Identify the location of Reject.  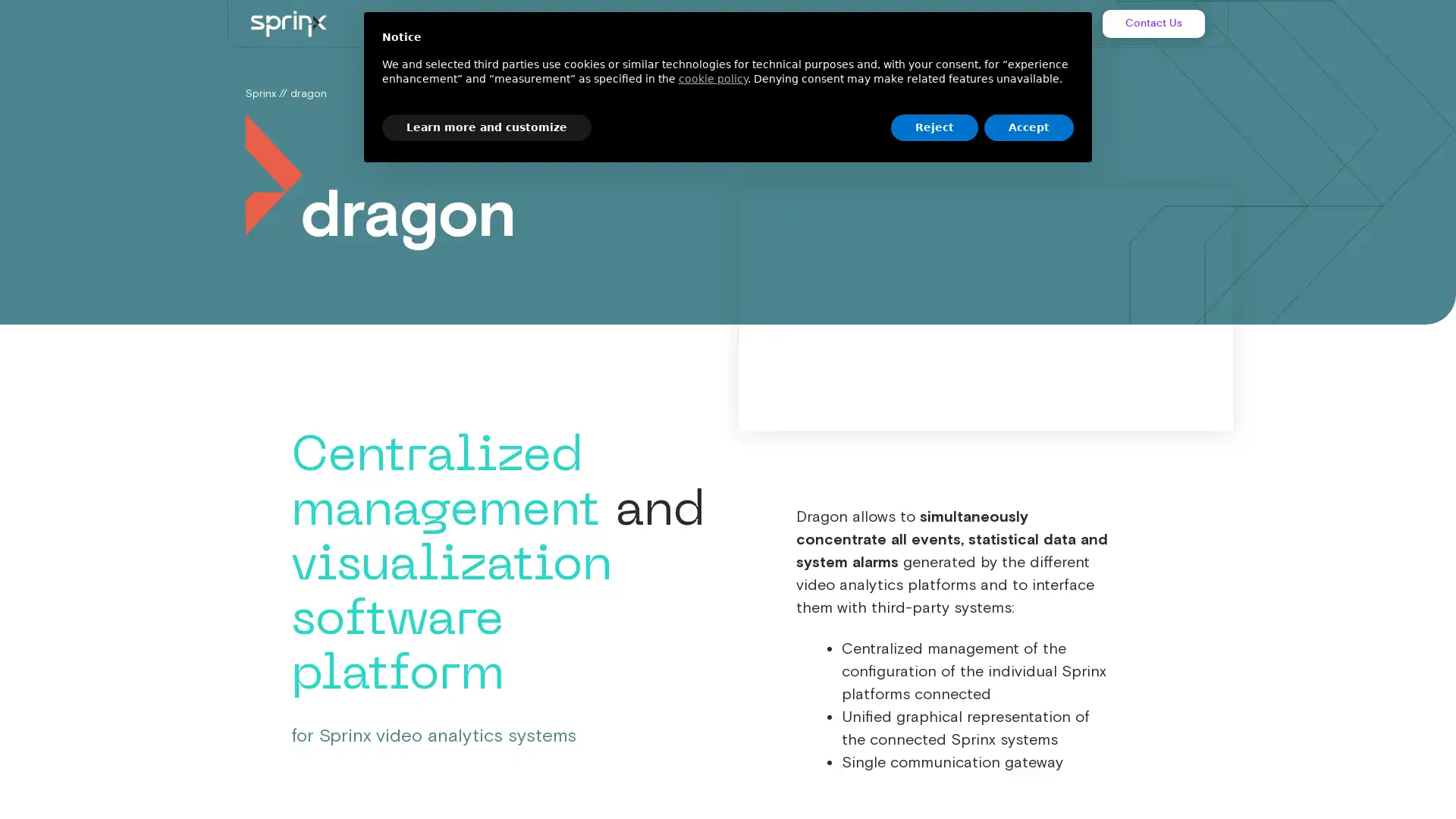
(934, 127).